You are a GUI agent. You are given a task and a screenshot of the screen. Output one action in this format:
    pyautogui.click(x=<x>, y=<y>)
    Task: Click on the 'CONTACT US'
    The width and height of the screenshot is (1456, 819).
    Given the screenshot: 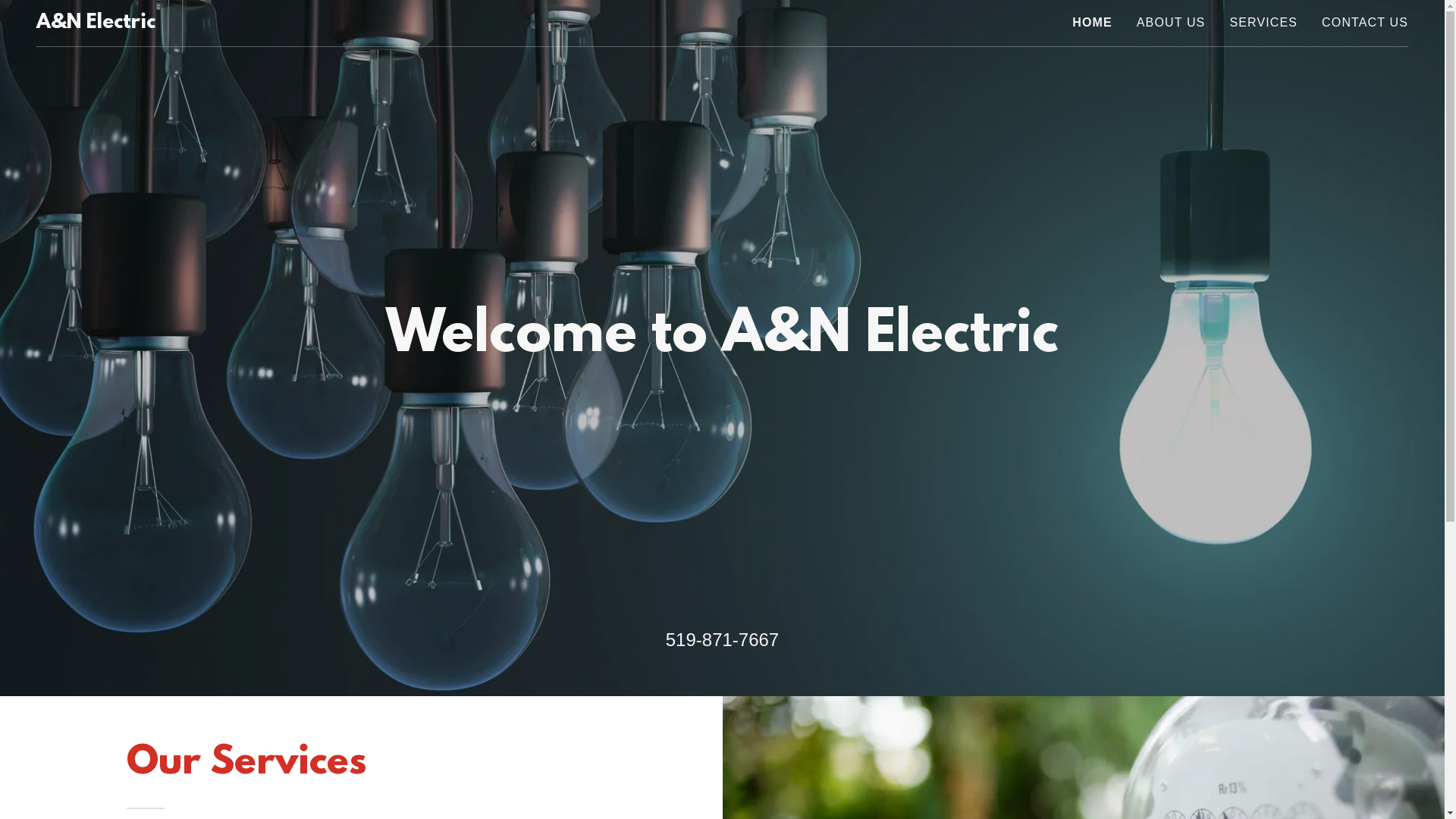 What is the action you would take?
    pyautogui.click(x=1365, y=23)
    